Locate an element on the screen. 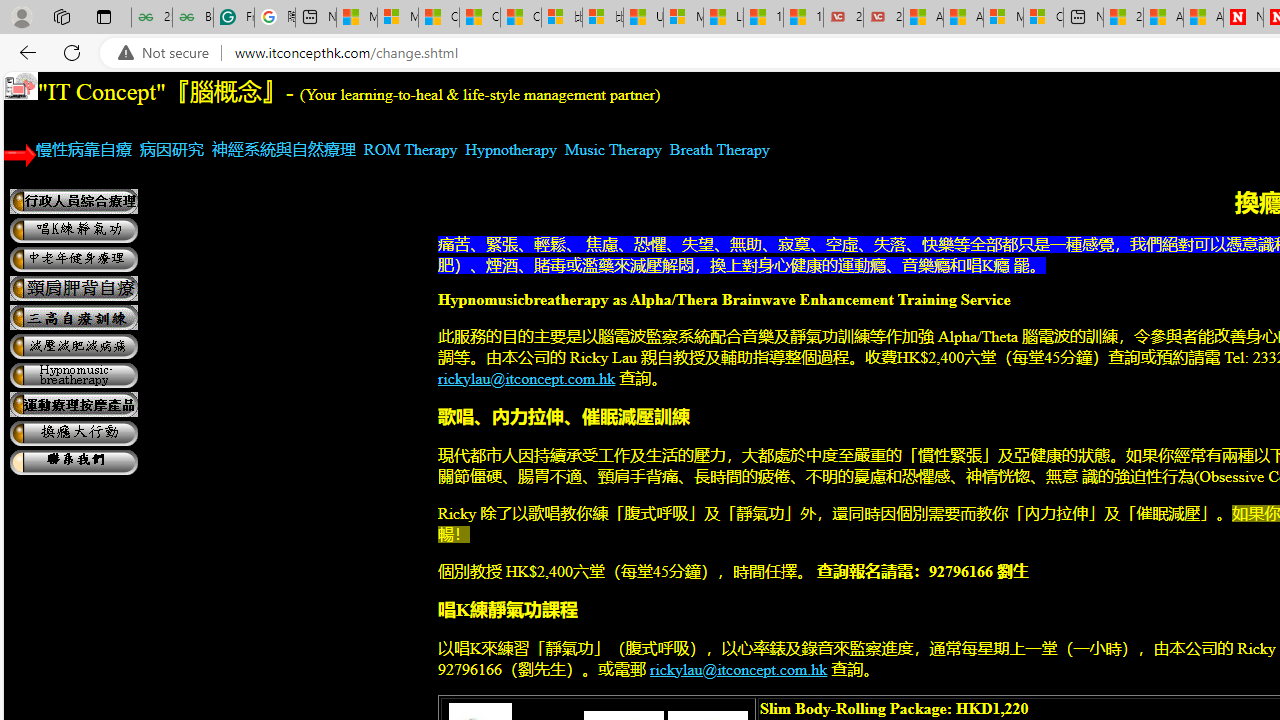  'Not secure' is located at coordinates (168, 52).